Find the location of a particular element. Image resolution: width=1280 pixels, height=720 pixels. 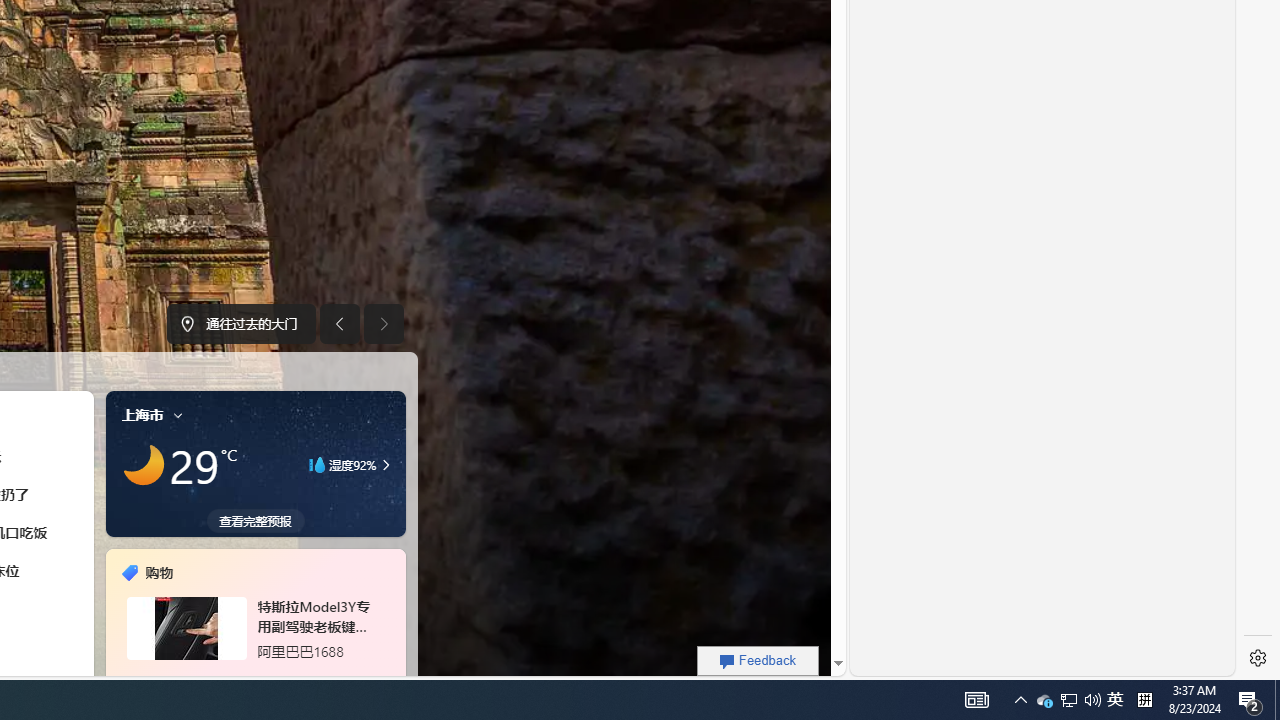

'Previous image' is located at coordinates (339, 323).